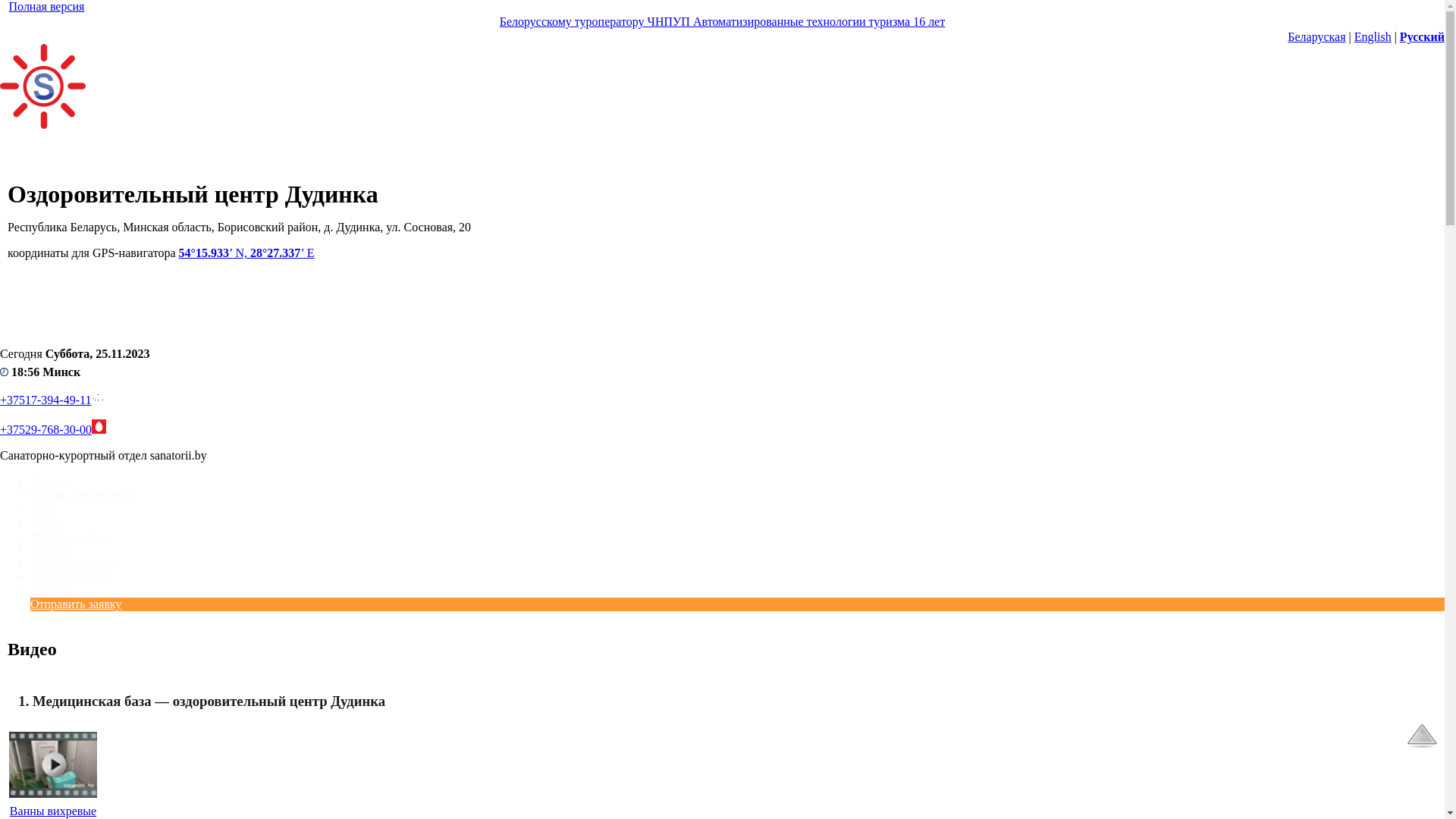 Image resolution: width=1456 pixels, height=819 pixels. What do you see at coordinates (1373, 36) in the screenshot?
I see `'English'` at bounding box center [1373, 36].